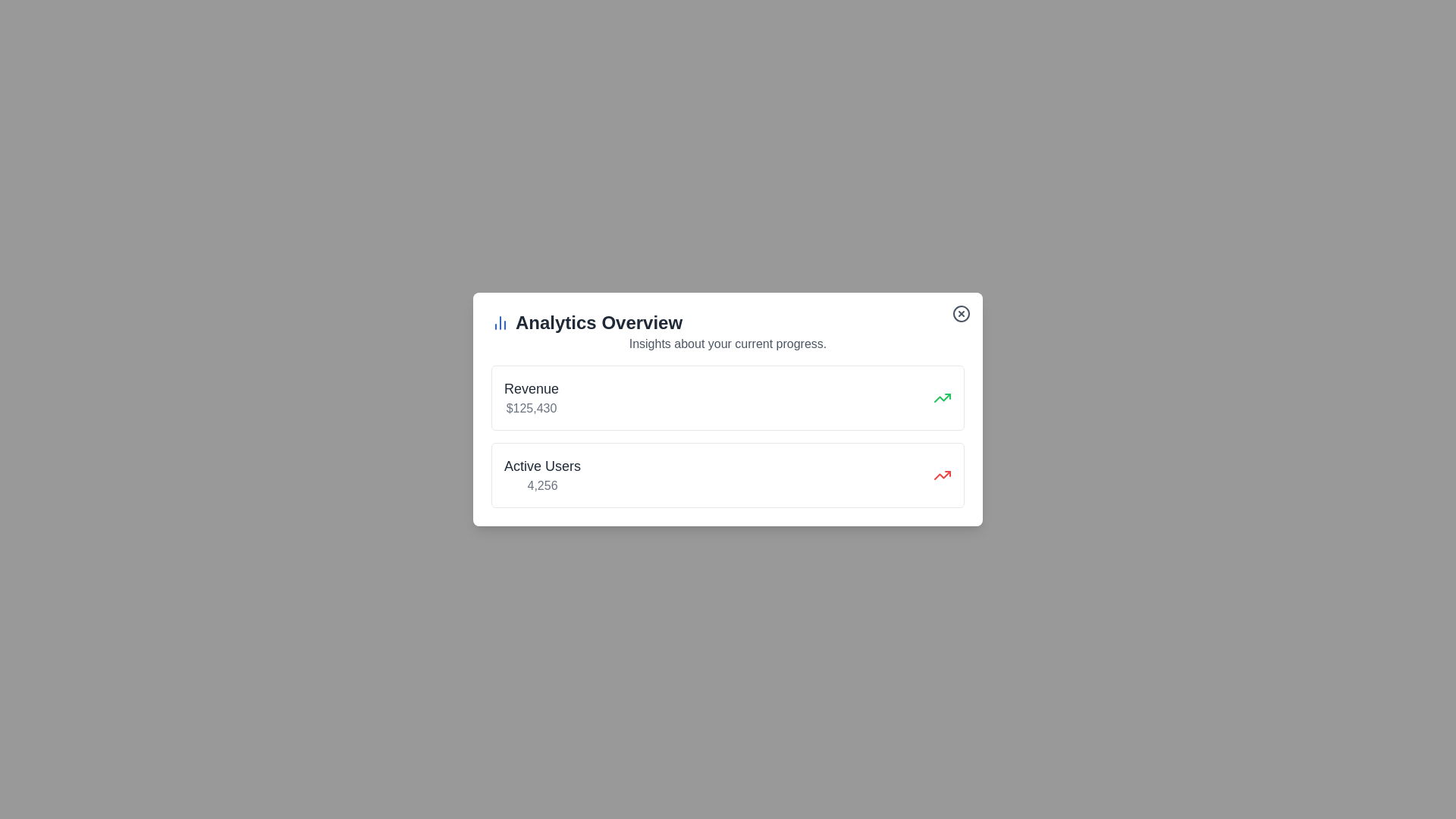  What do you see at coordinates (960, 312) in the screenshot?
I see `the close button located at the top-right corner of the 'Analytics Overview' card to observe the hover effect` at bounding box center [960, 312].